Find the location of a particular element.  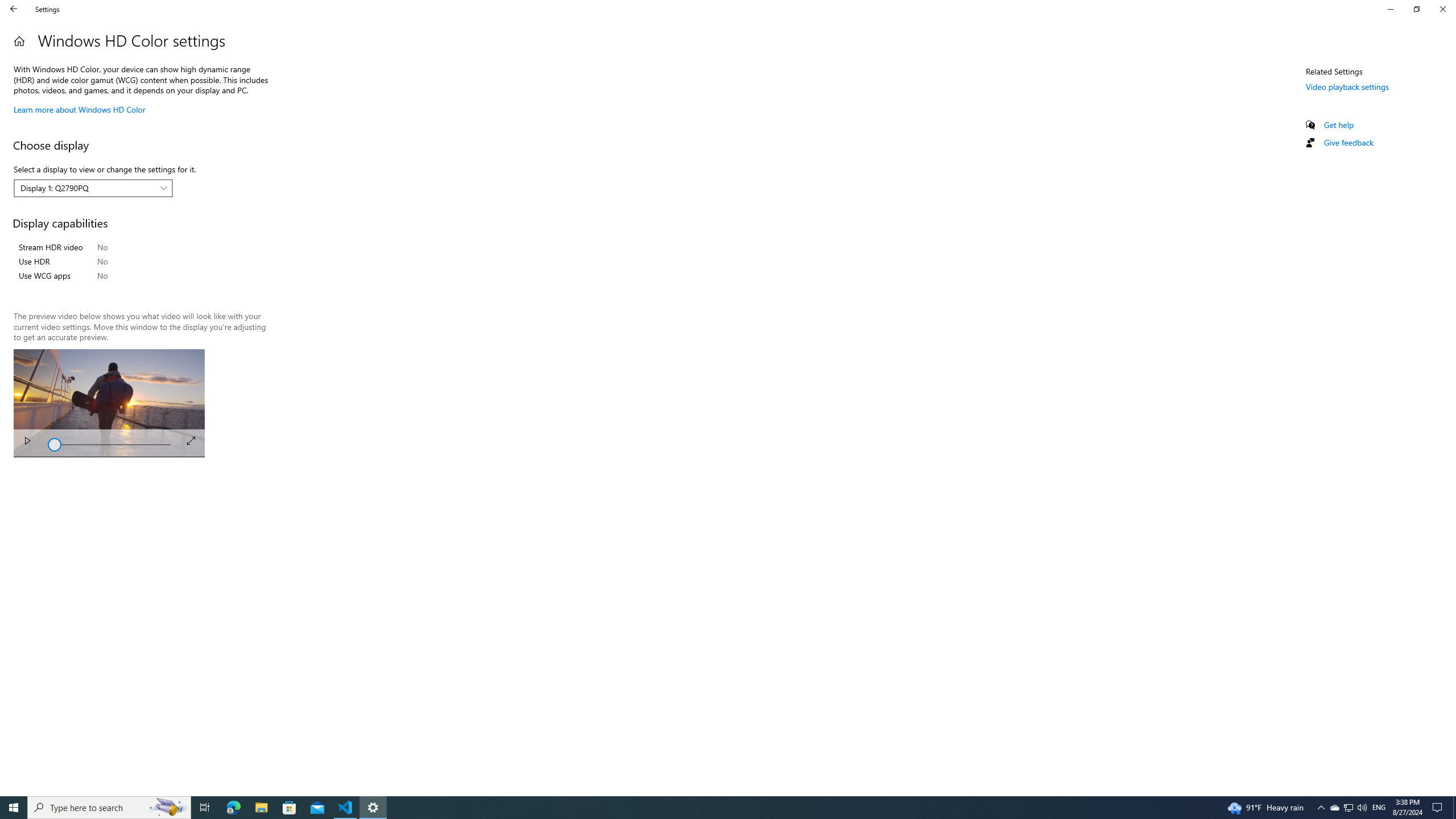

'Video playback settings' is located at coordinates (1347, 85).